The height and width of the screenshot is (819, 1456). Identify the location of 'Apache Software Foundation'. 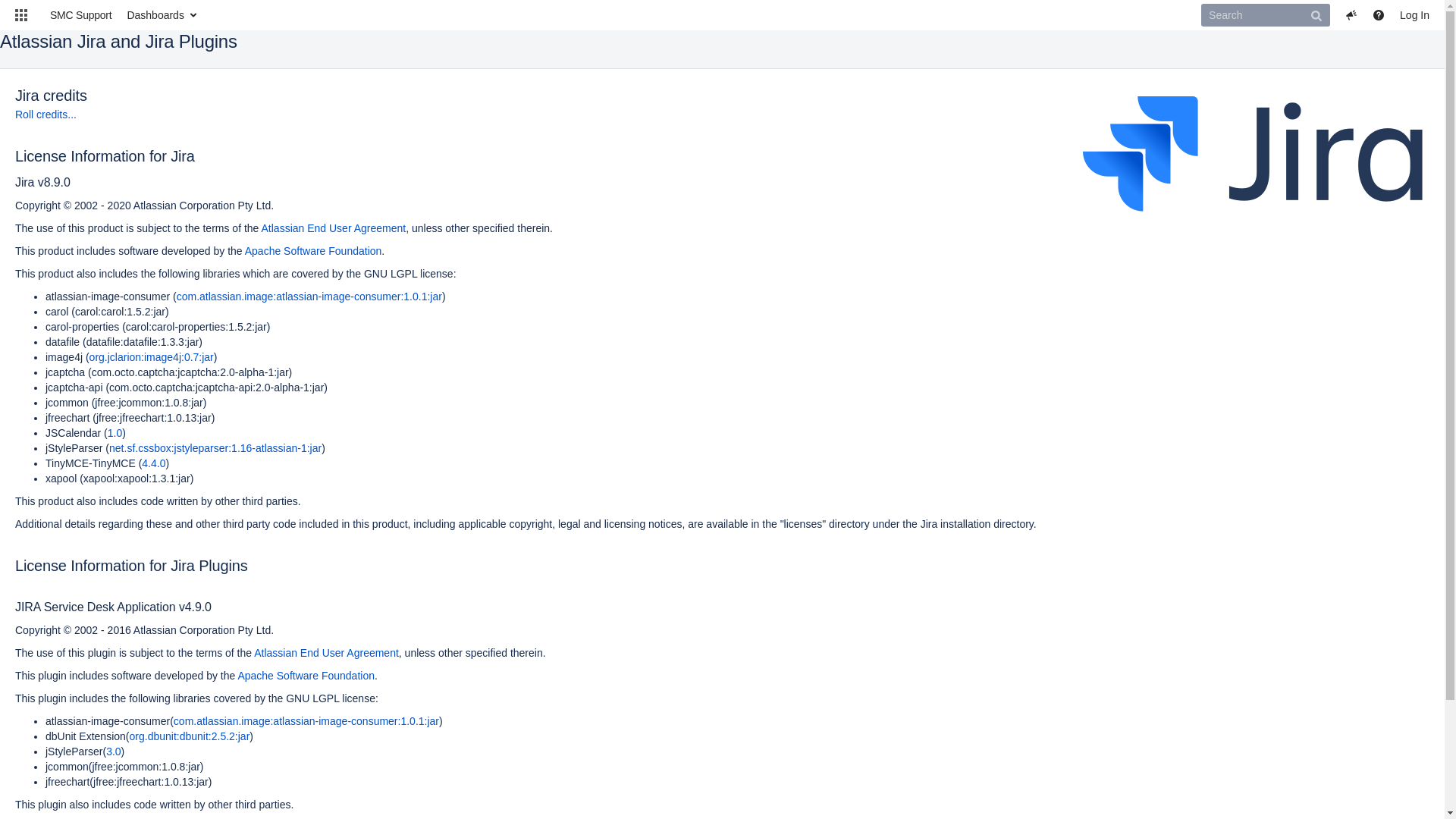
(312, 250).